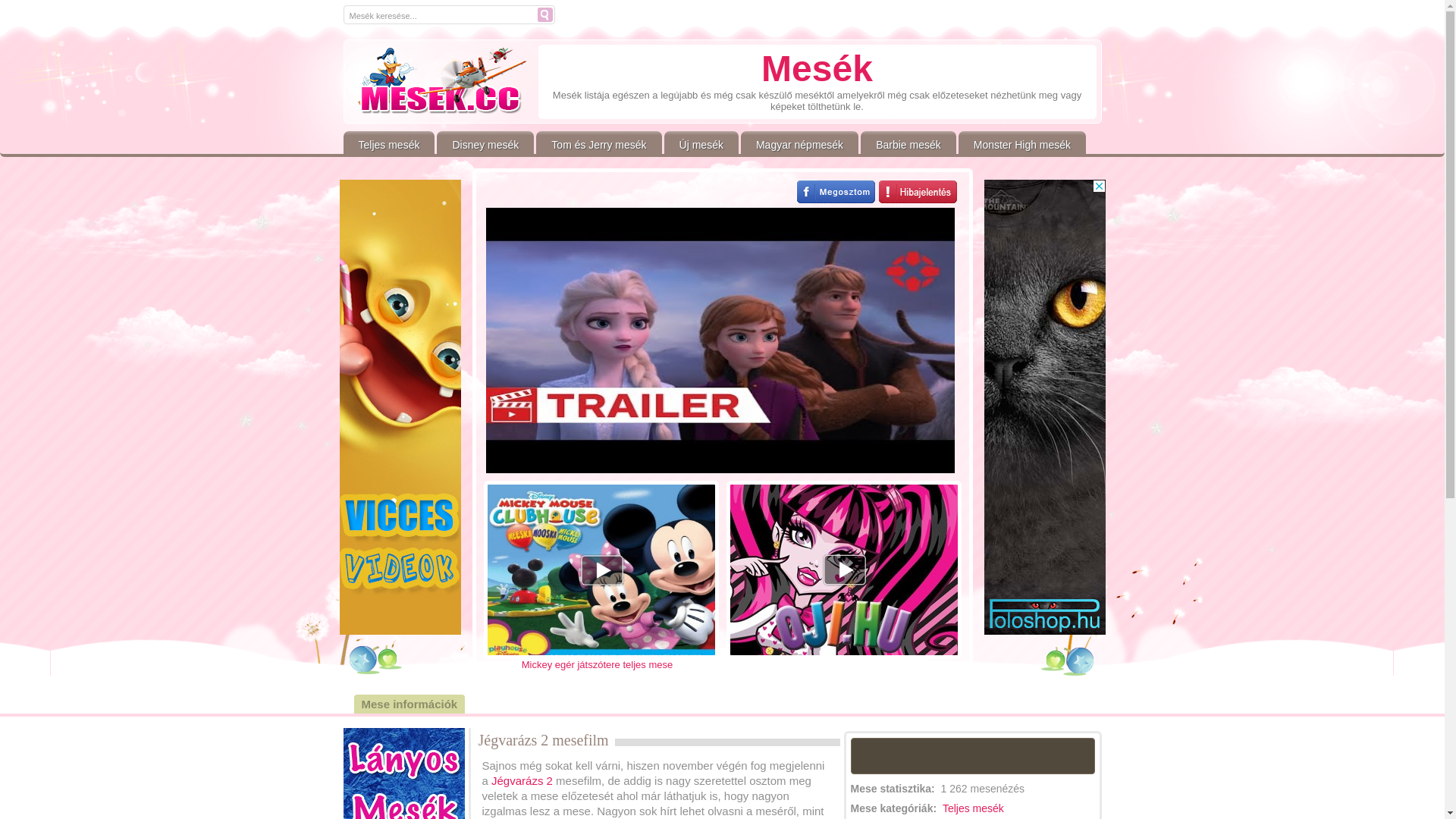  Describe the element at coordinates (1043, 406) in the screenshot. I see `'3rd party ad content'` at that location.